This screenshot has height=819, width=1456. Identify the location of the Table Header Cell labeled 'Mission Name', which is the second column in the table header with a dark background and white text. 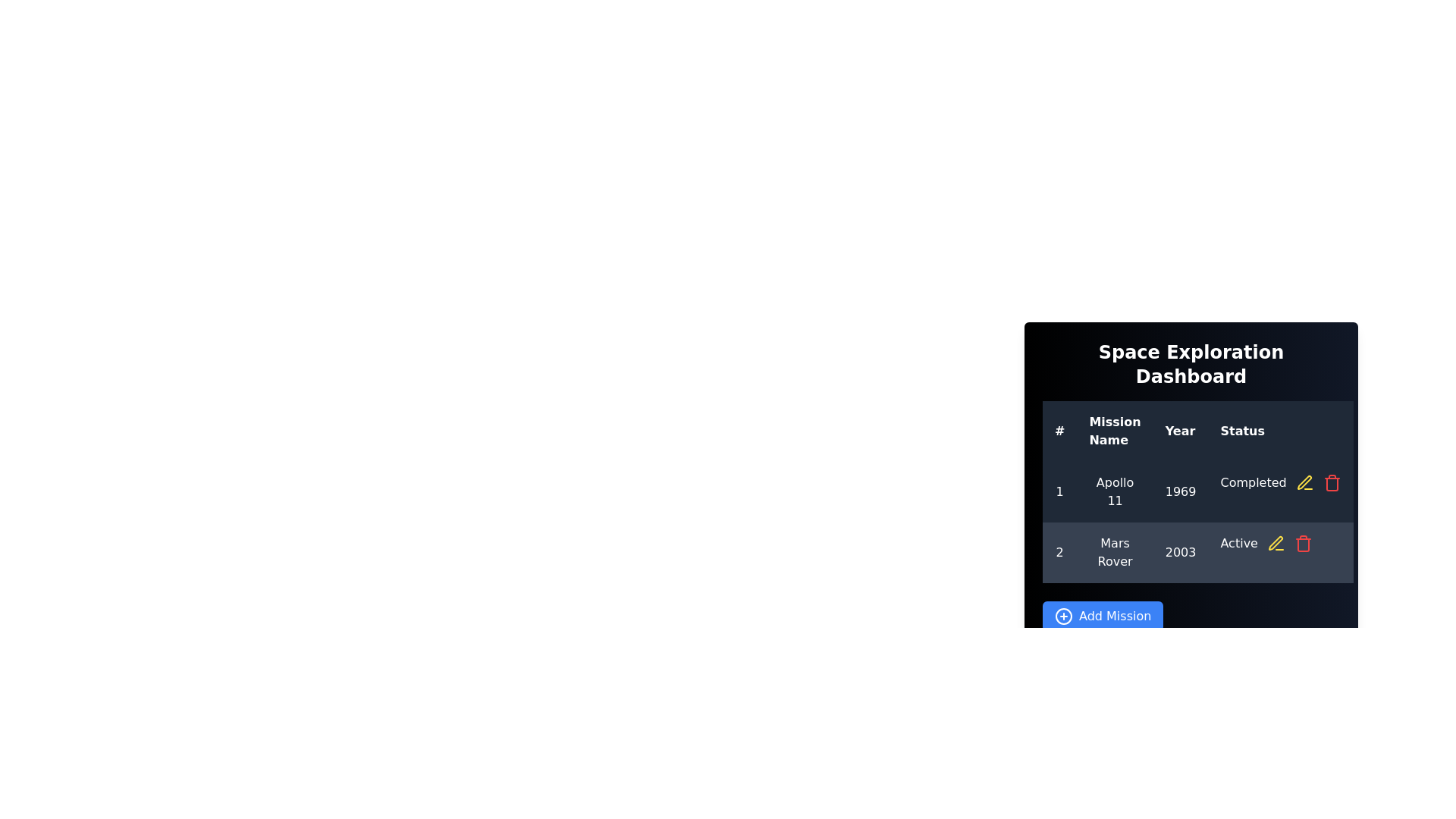
(1115, 431).